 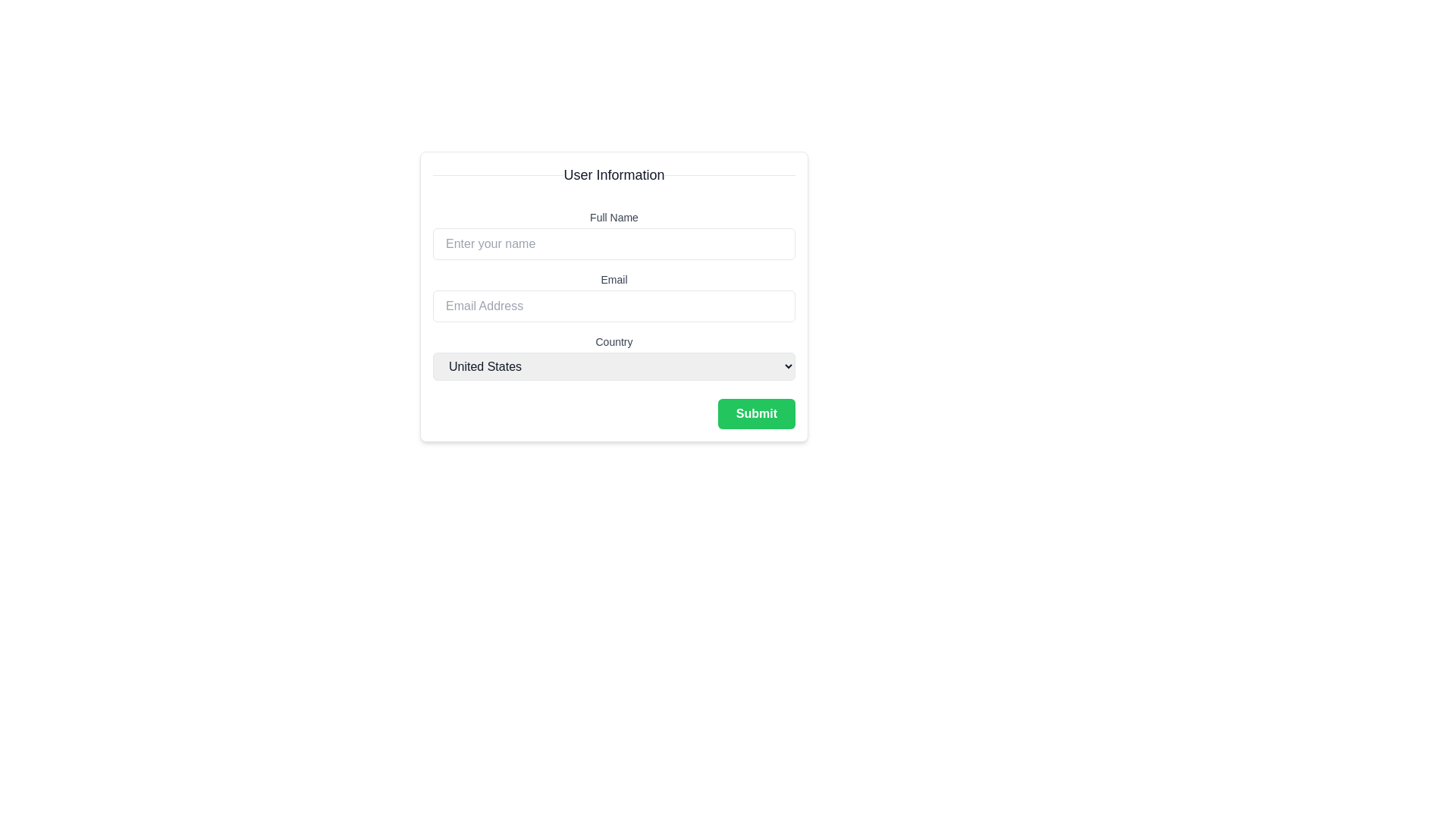 What do you see at coordinates (614, 243) in the screenshot?
I see `text into the full name input field located below the 'Full Name' label in the 'User Information' form section` at bounding box center [614, 243].